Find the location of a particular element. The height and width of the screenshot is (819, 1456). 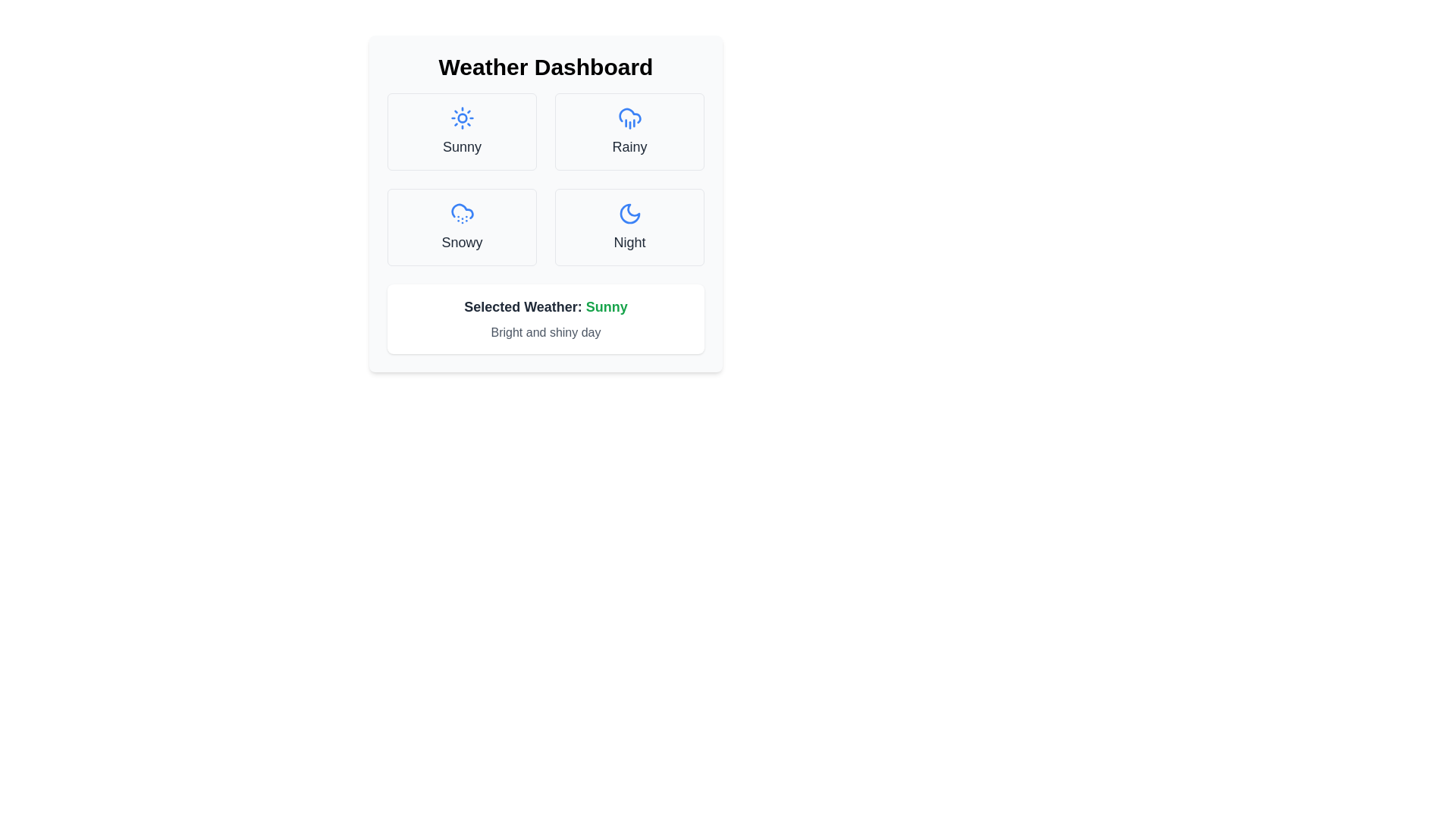

the crescent moon icon styled in blue located in the Night option of the Weather Dashboard interface is located at coordinates (629, 213).